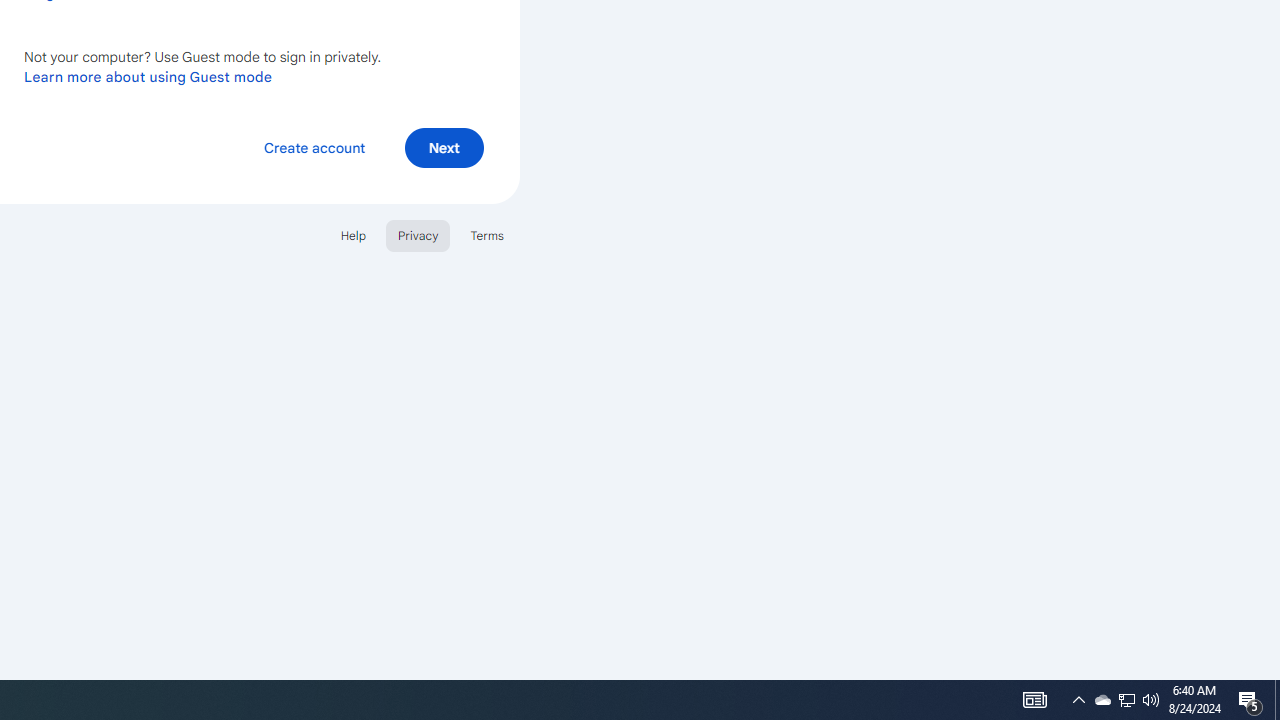  What do you see at coordinates (313, 146) in the screenshot?
I see `'Create account'` at bounding box center [313, 146].